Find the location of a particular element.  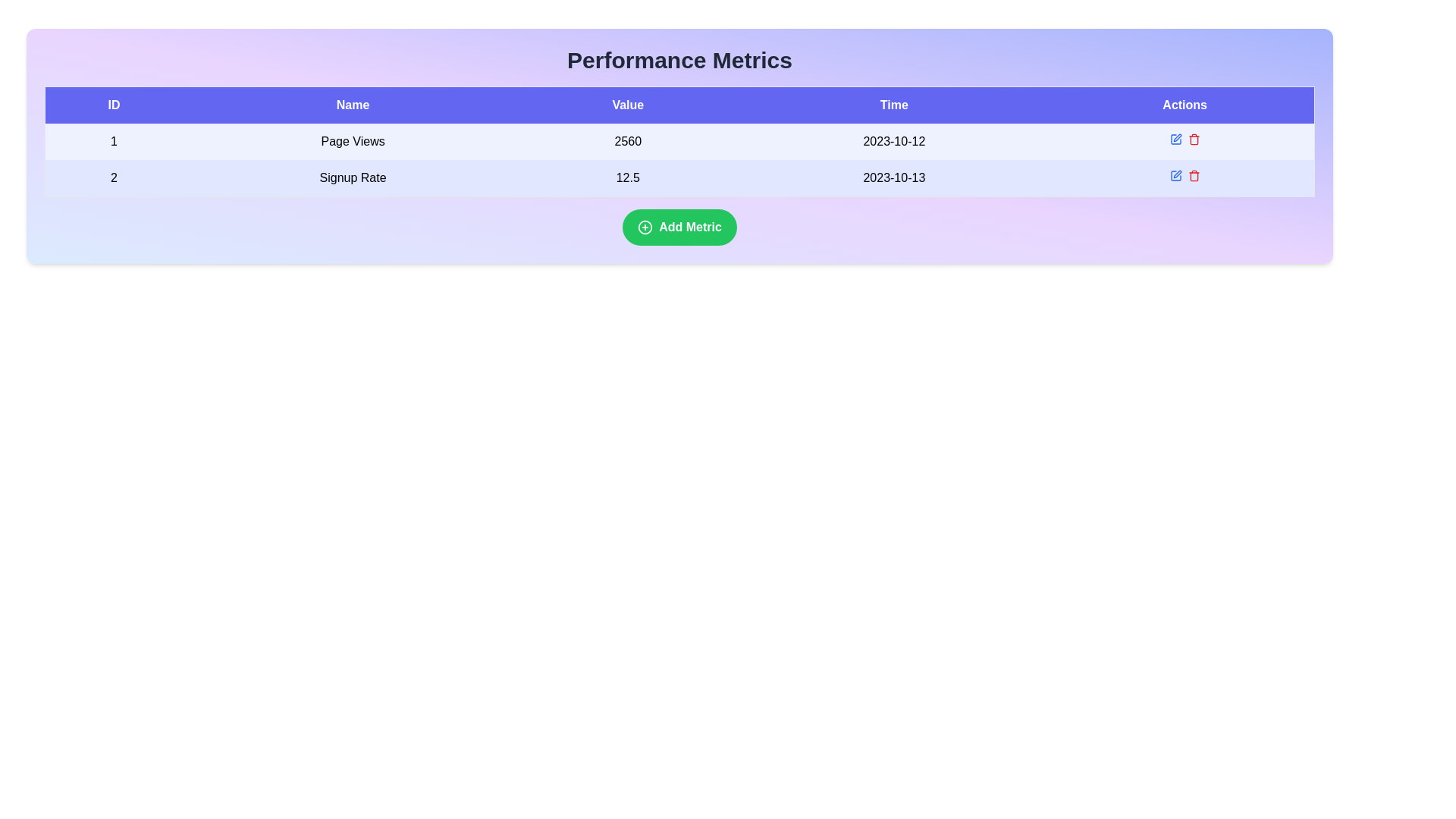

the edit icon located in the 'Actions' column of the second row of the table is located at coordinates (1175, 174).